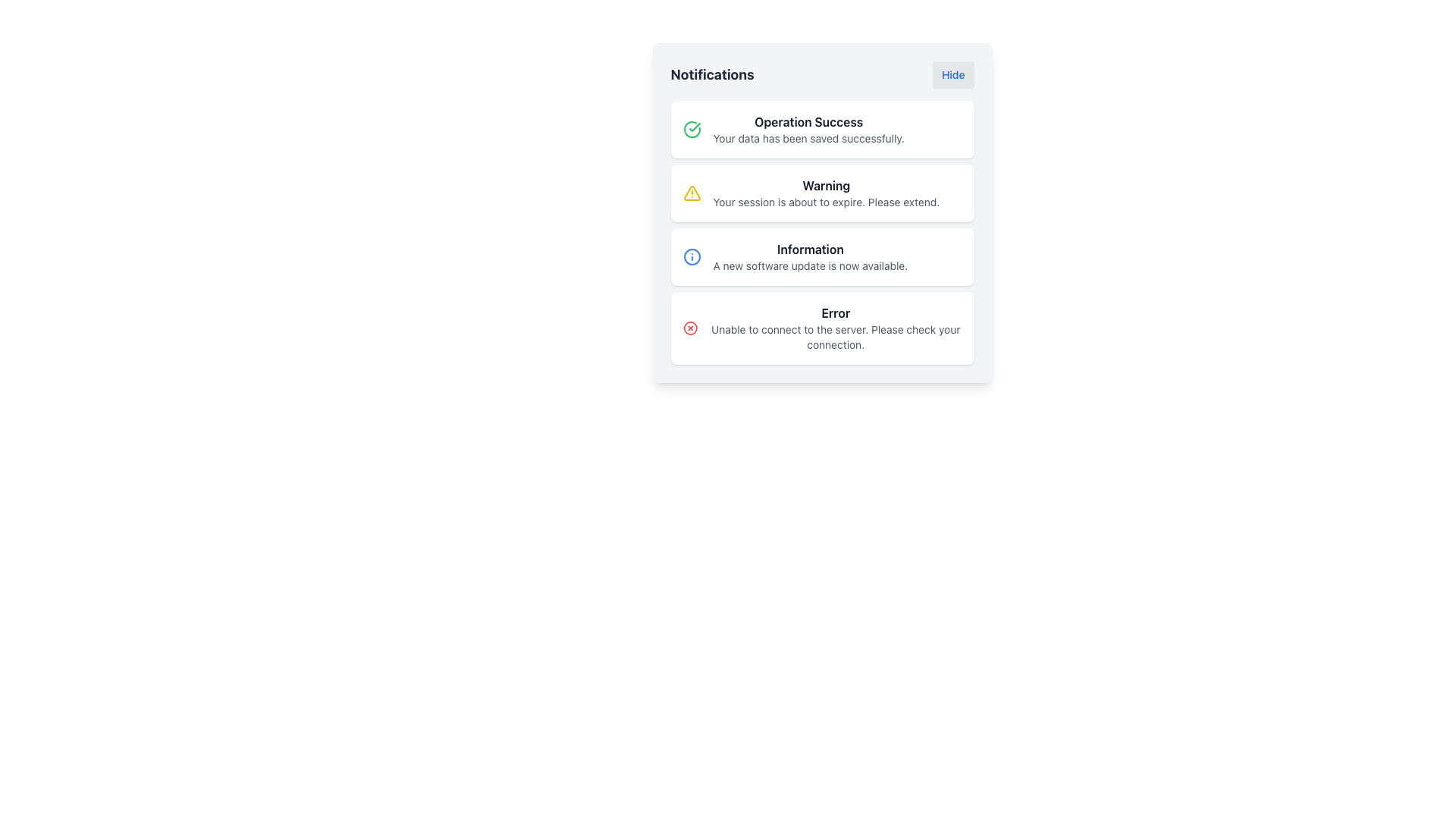 The height and width of the screenshot is (819, 1456). Describe the element at coordinates (835, 312) in the screenshot. I see `the bold text label displaying 'Error' which indicates an error message within the notification panel` at that location.